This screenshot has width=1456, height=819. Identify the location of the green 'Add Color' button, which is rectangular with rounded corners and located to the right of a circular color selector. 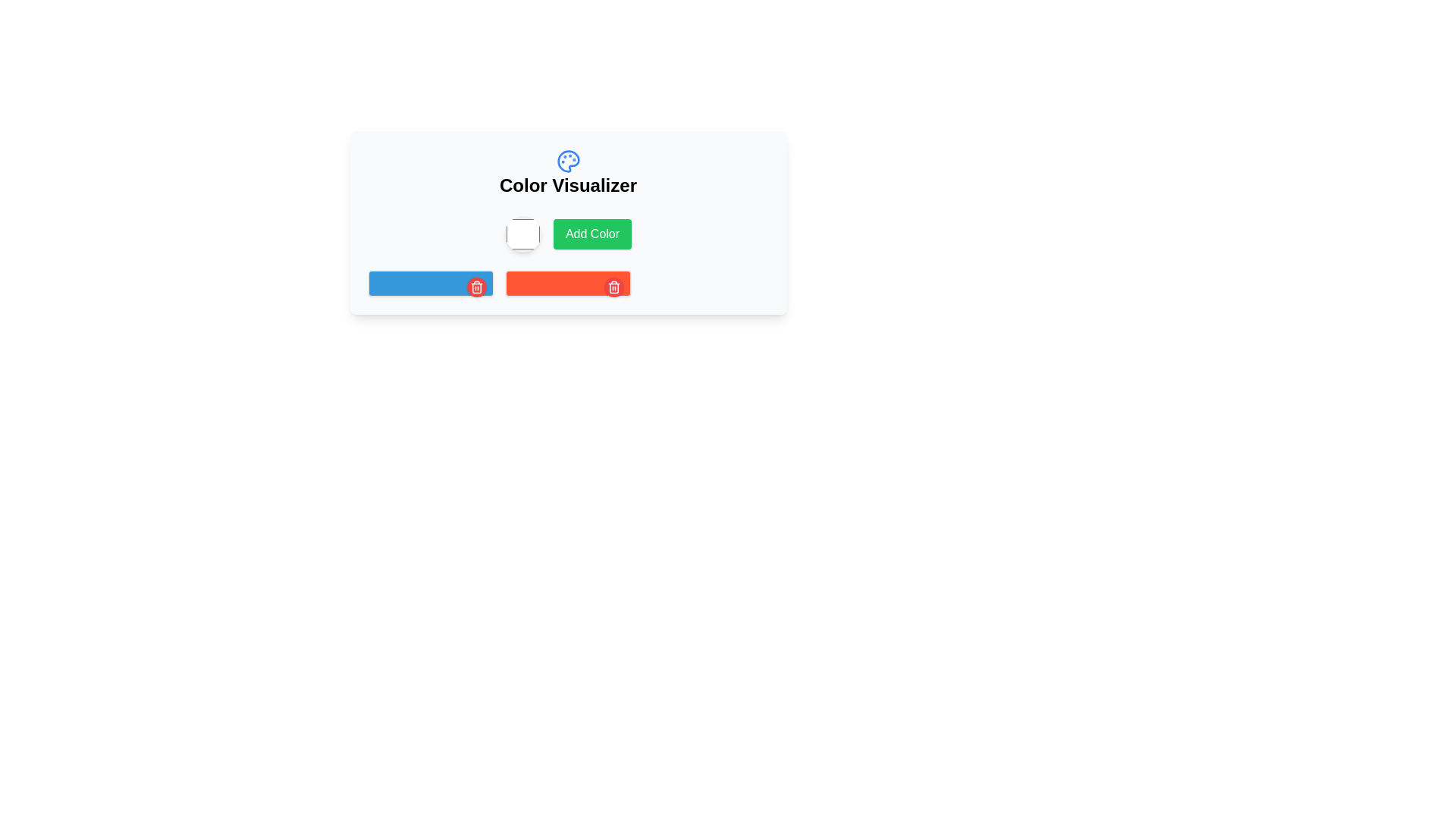
(591, 234).